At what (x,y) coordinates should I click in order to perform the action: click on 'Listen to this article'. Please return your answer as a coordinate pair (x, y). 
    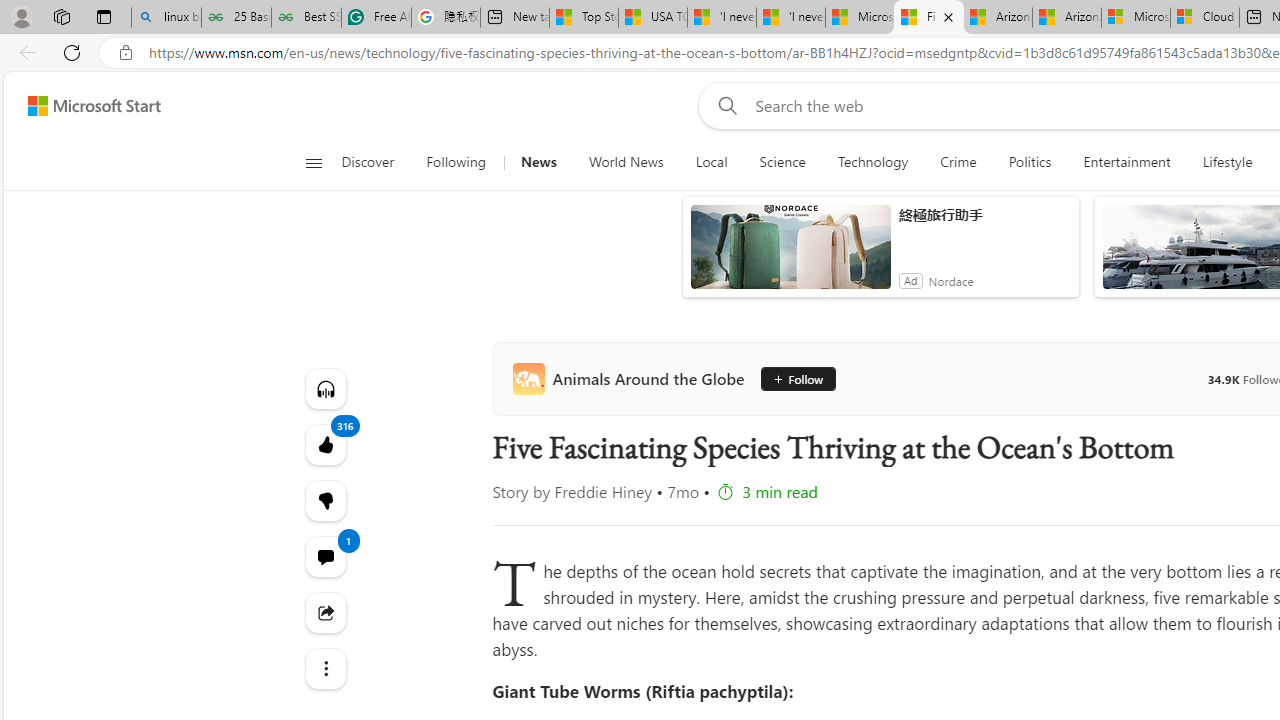
    Looking at the image, I should click on (325, 388).